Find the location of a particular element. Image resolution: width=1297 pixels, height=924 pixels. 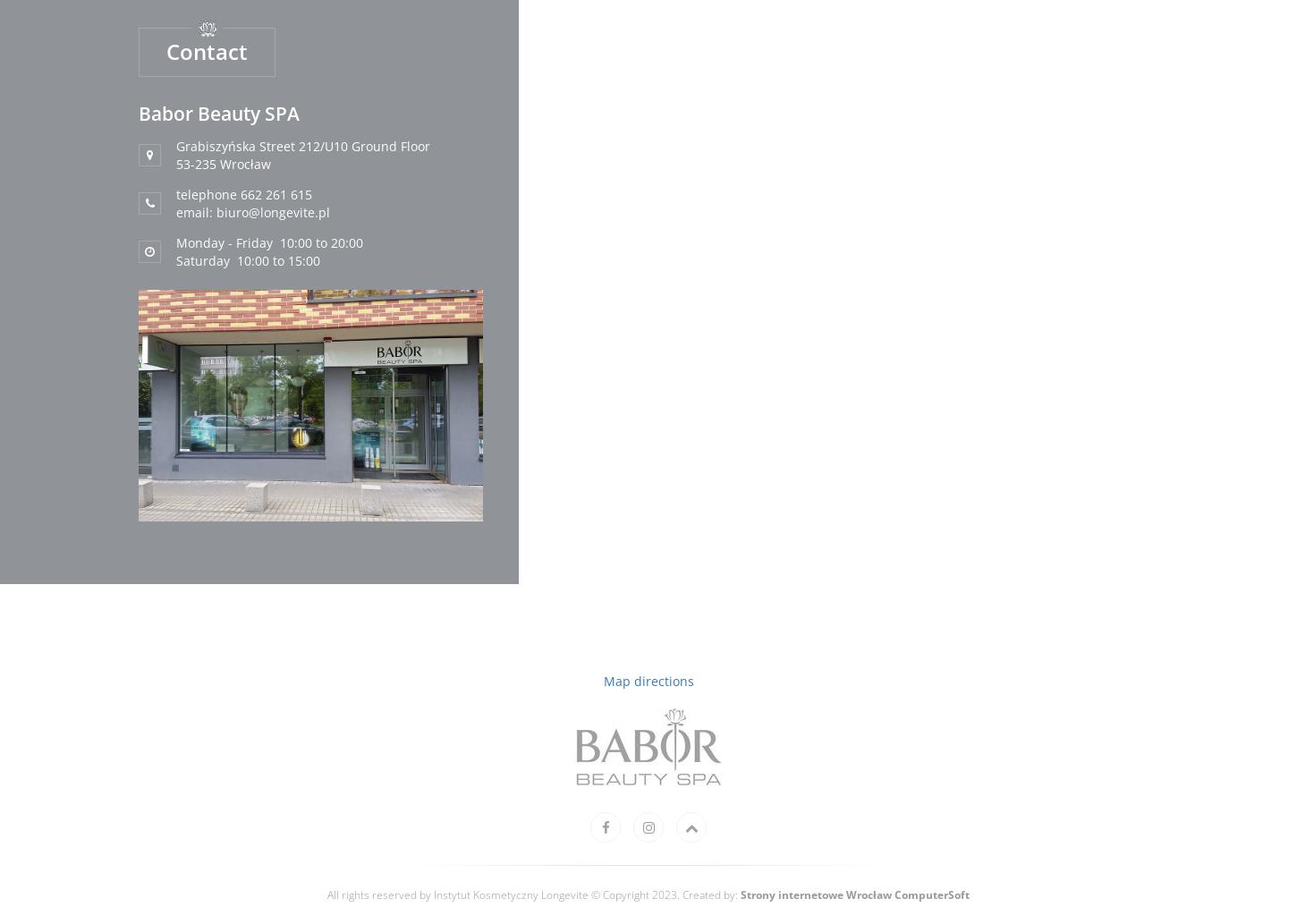

'All rights reserved by Instytut Kosmetyczny Longevite © Copyright 2023. Created by:' is located at coordinates (533, 894).